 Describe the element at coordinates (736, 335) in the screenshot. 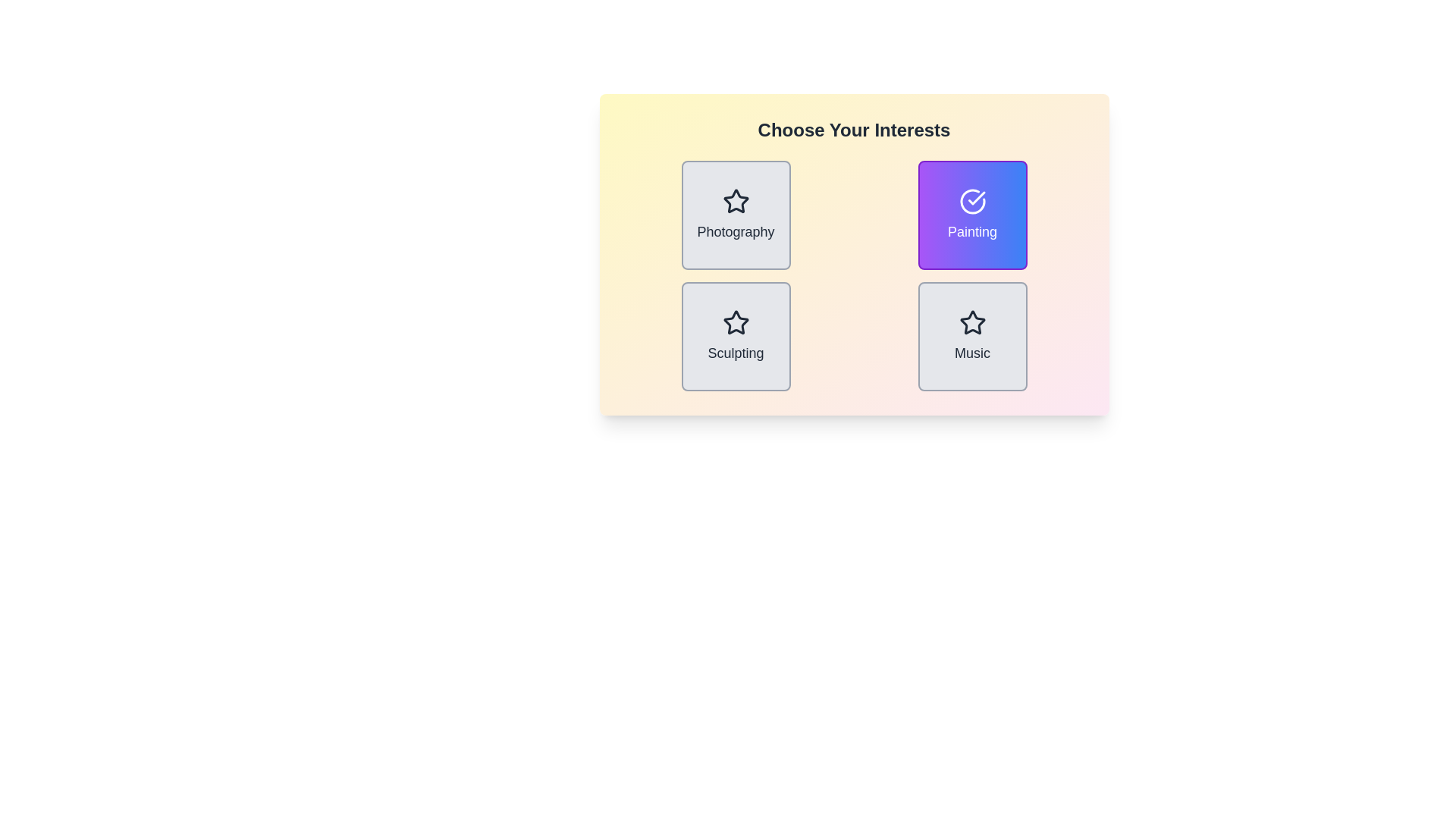

I see `the item labeled Sculpting by clicking its button` at that location.